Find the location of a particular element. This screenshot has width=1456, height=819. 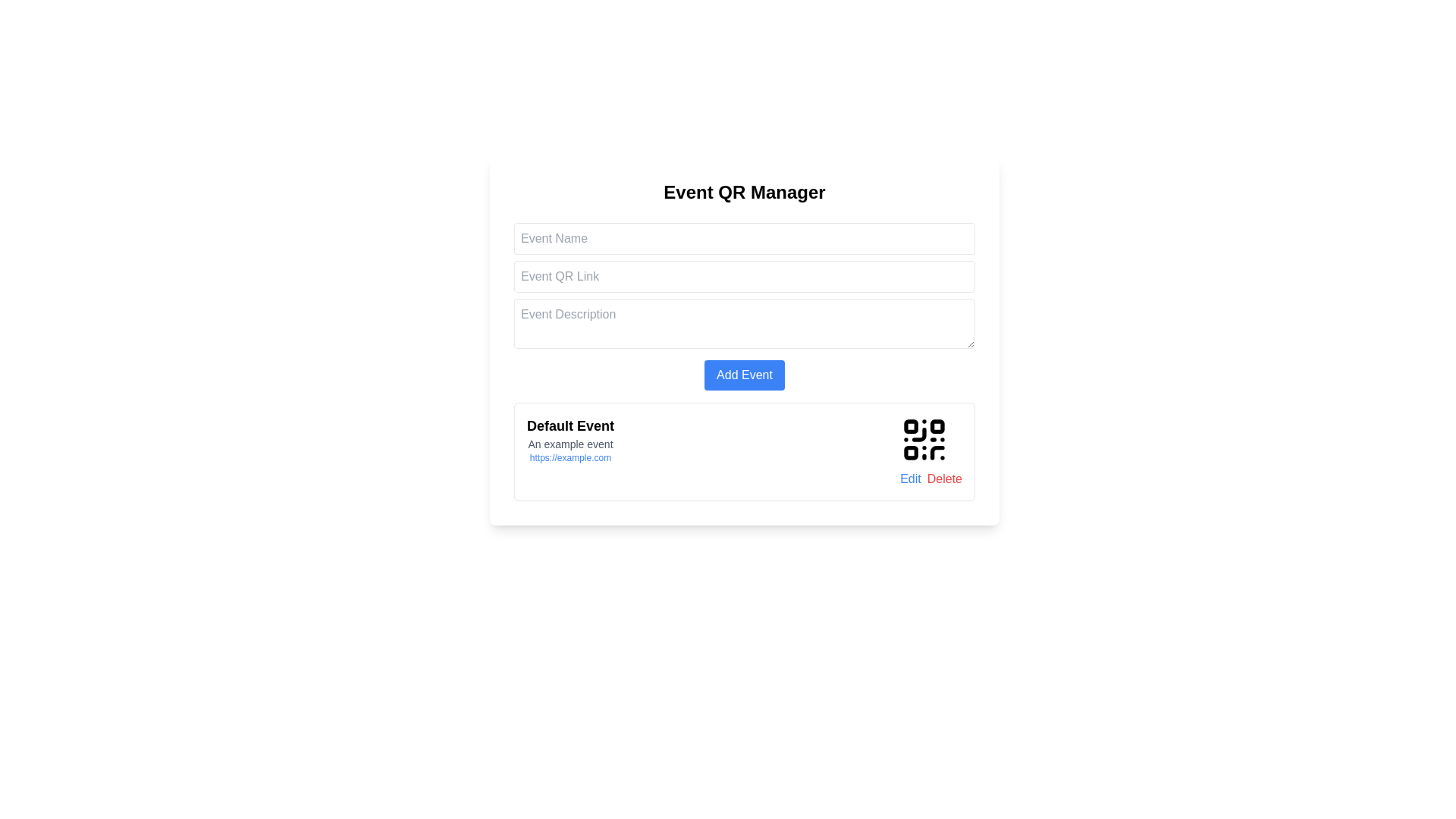

the 'Delete' textual link, which is styled with red text and located below the QR code is located at coordinates (943, 479).